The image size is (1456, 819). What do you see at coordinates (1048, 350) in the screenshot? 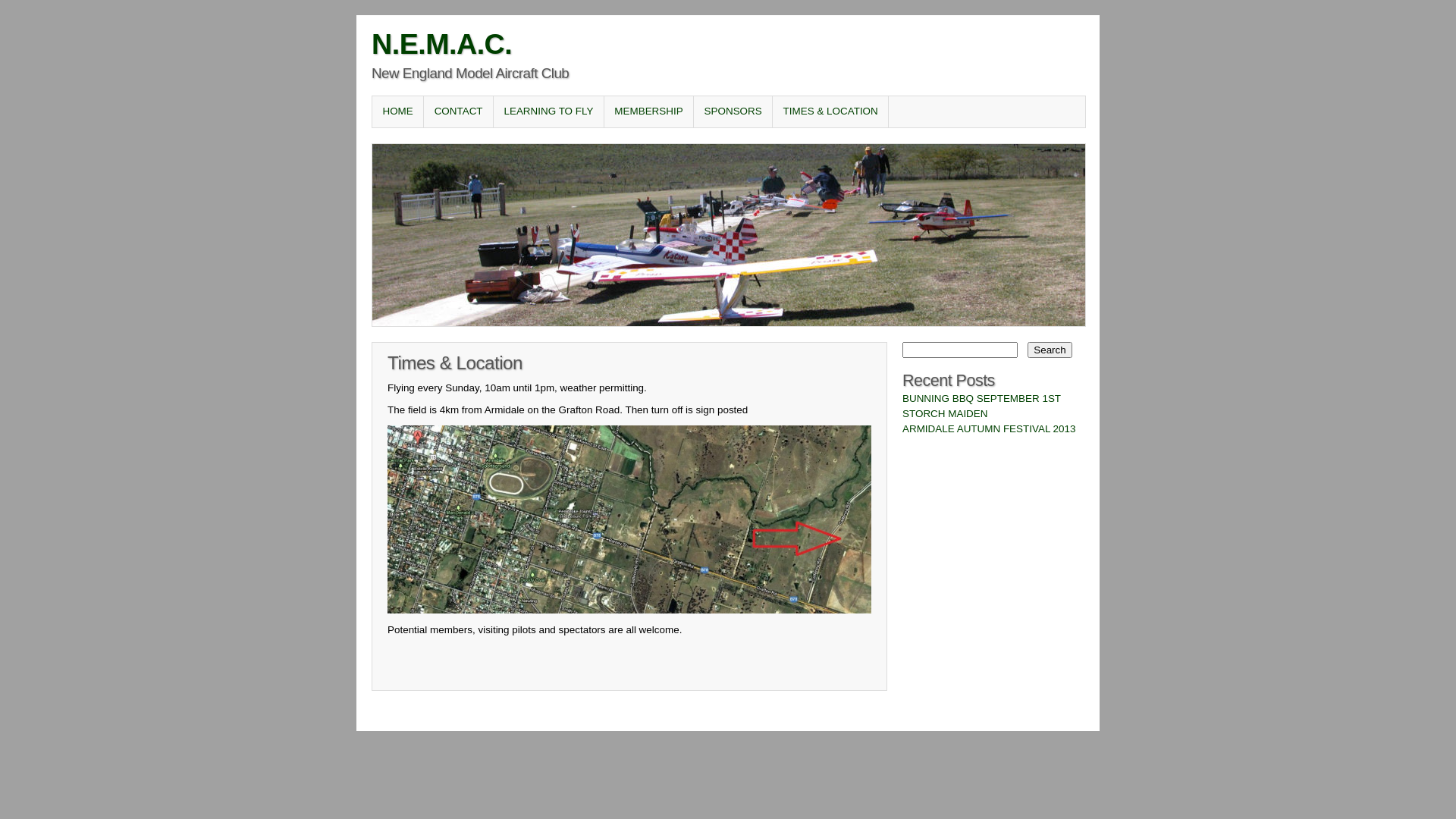
I see `'Search'` at bounding box center [1048, 350].